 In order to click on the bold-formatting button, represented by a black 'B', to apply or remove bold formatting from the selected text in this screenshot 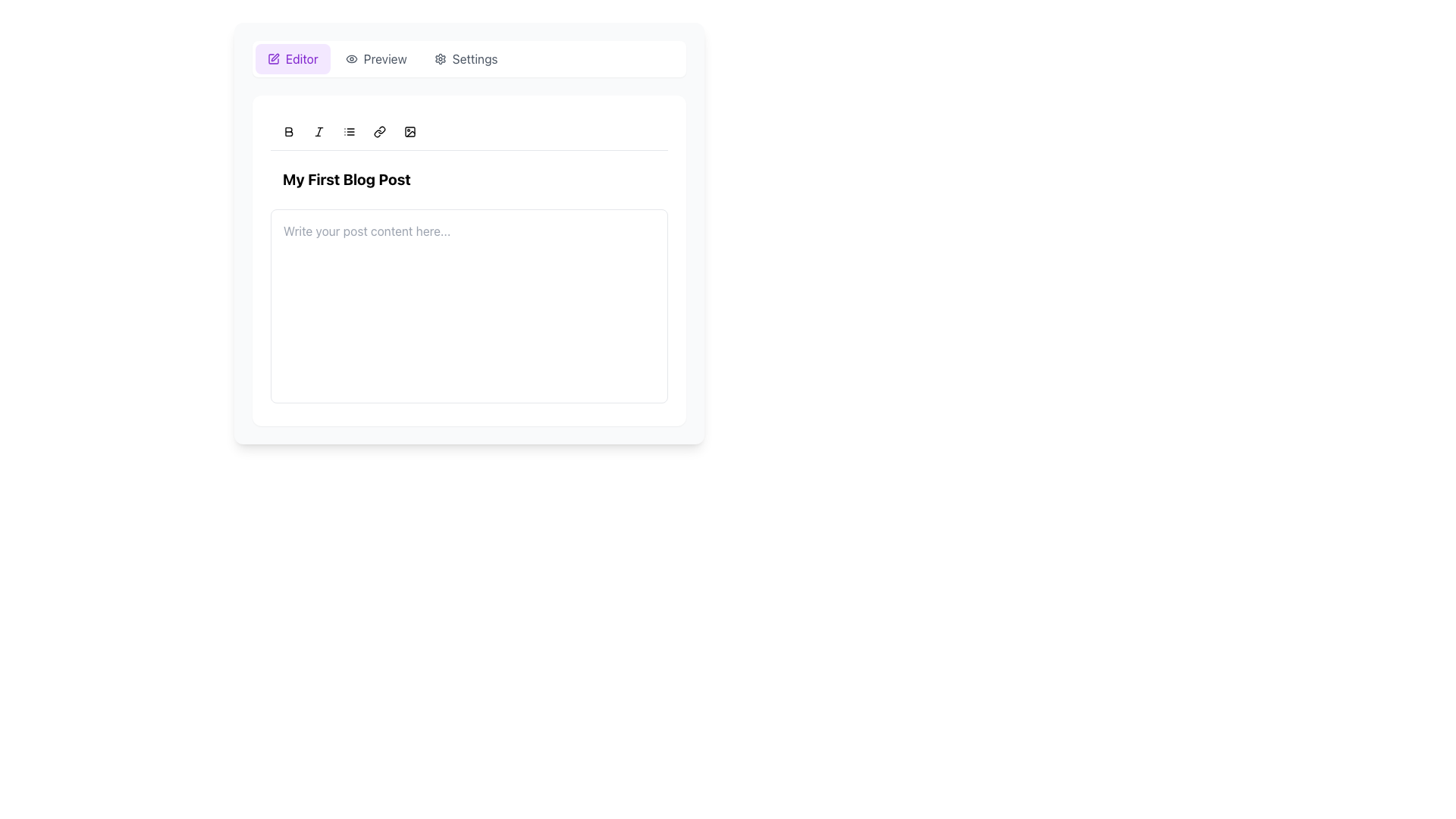, I will do `click(288, 130)`.